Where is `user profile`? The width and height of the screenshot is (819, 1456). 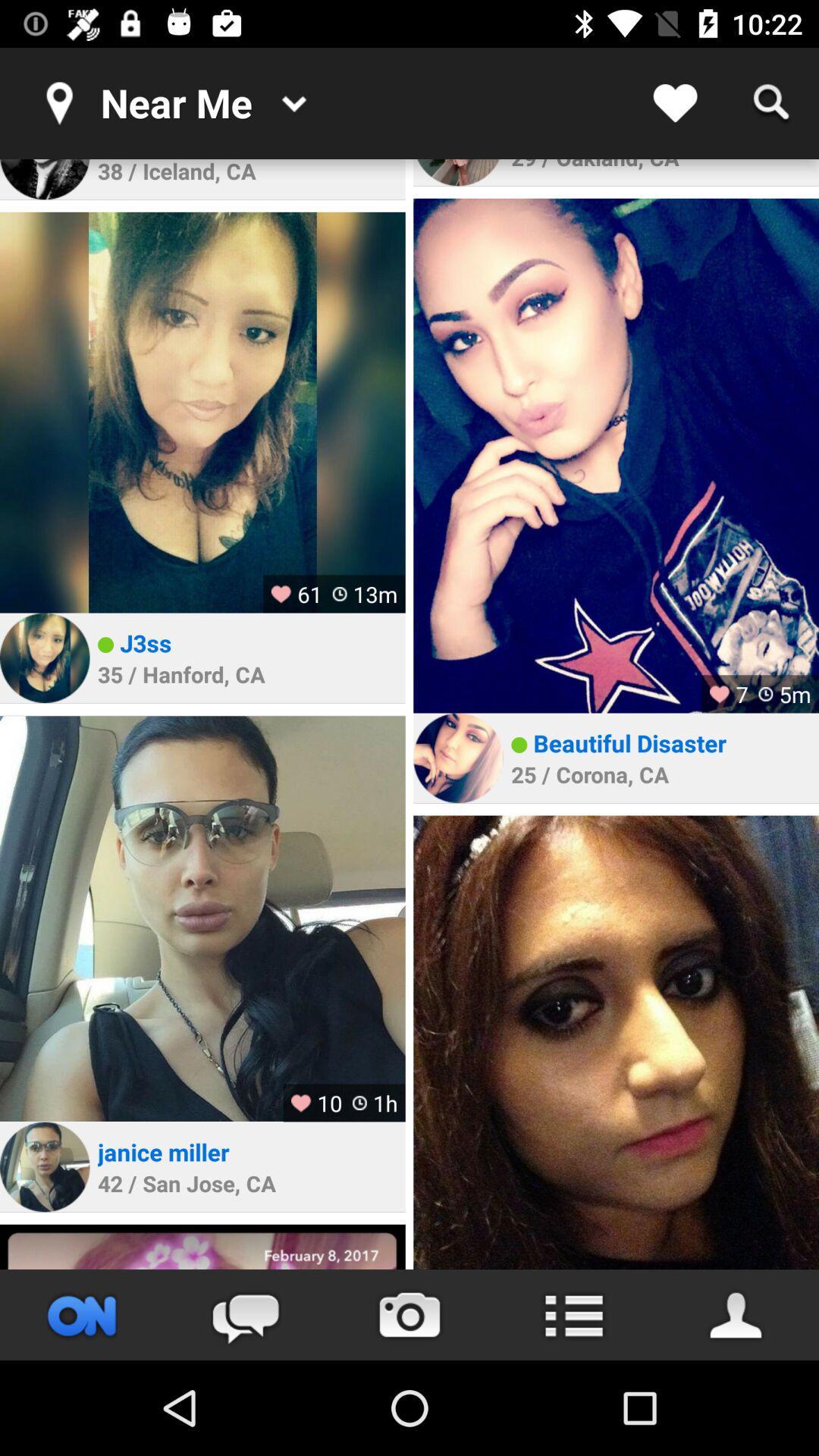
user profile is located at coordinates (457, 172).